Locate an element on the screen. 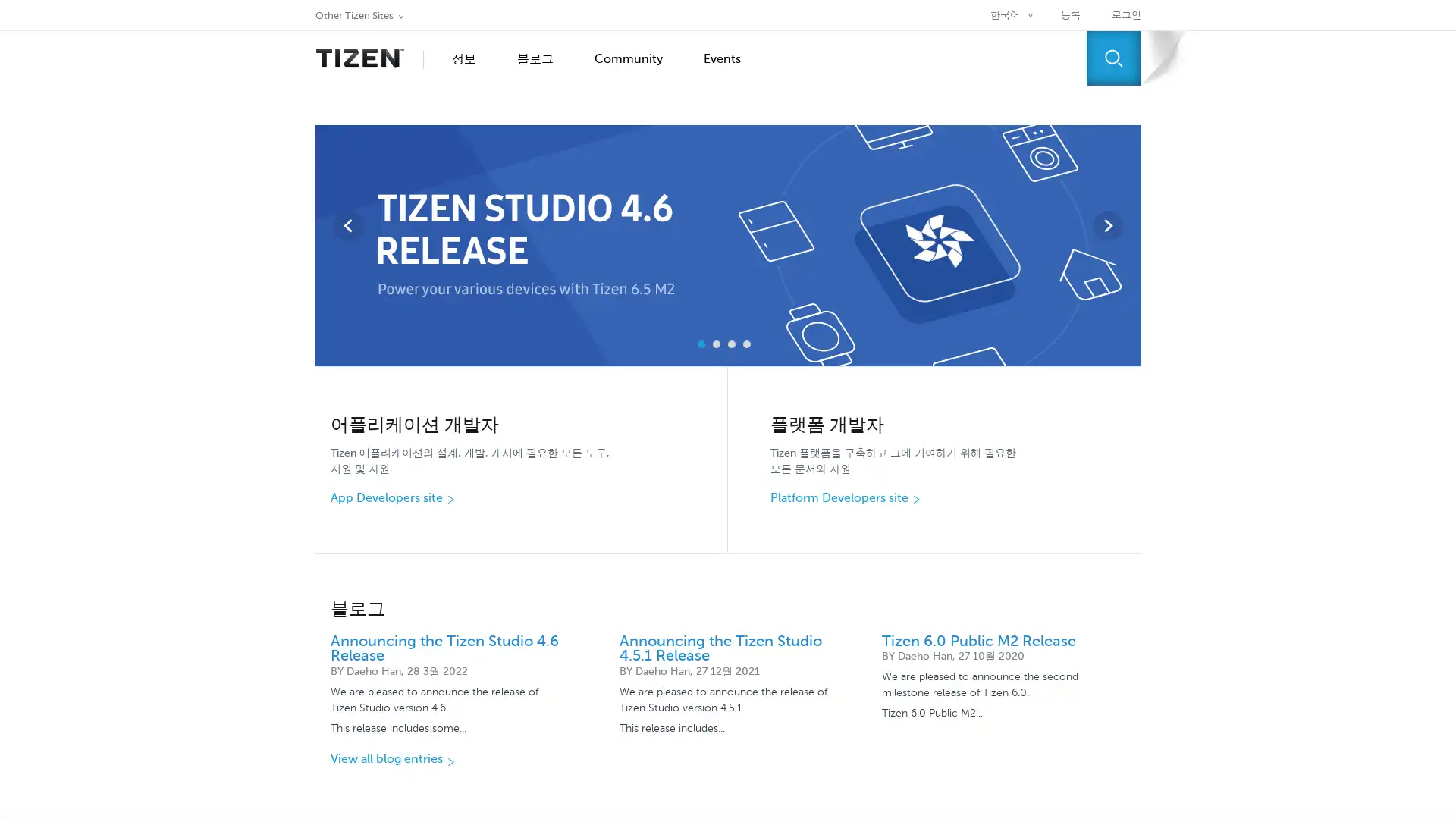 Image resolution: width=1456 pixels, height=819 pixels. 1 is located at coordinates (701, 344).